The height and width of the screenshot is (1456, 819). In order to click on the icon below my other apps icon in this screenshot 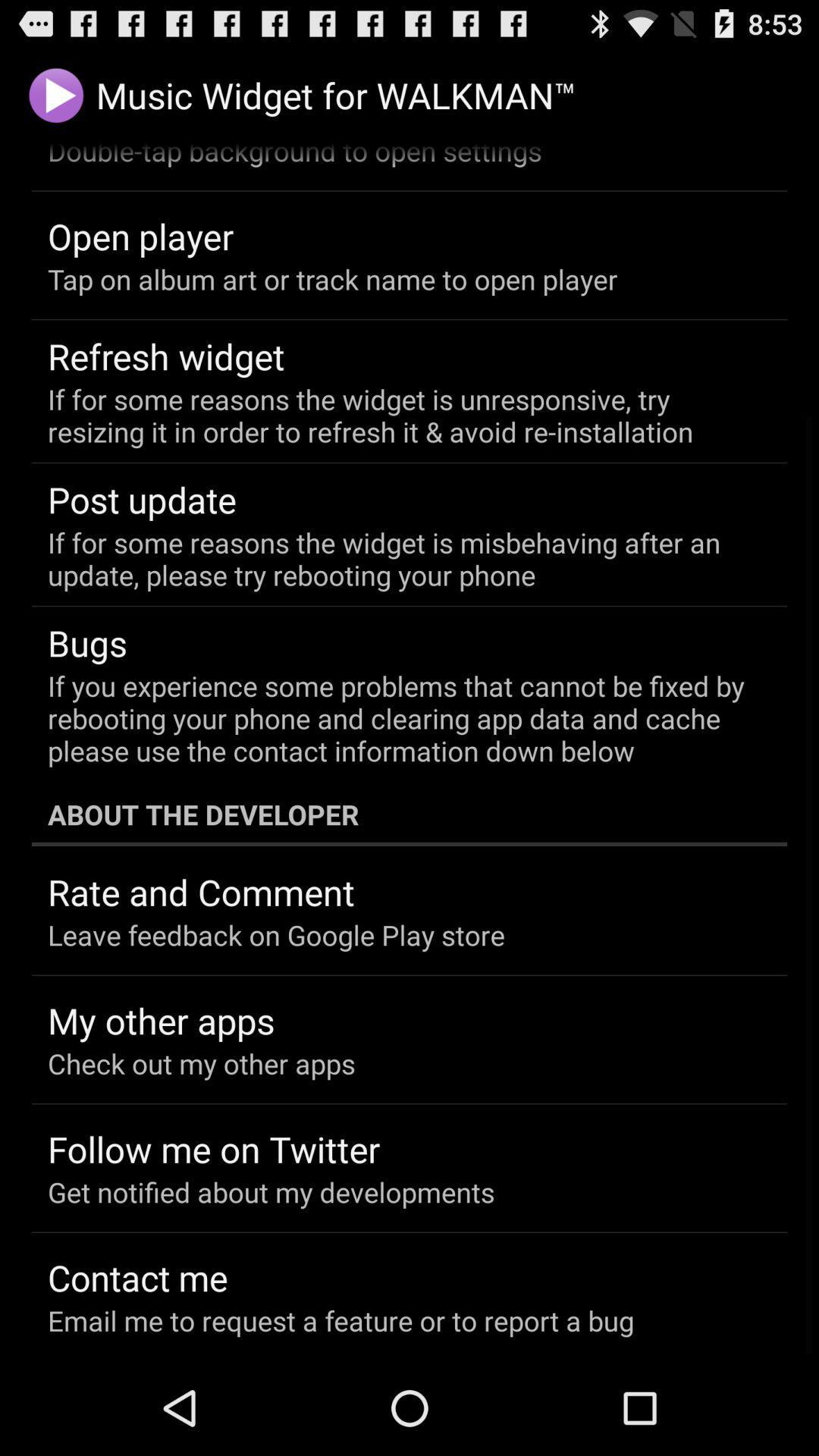, I will do `click(200, 1062)`.